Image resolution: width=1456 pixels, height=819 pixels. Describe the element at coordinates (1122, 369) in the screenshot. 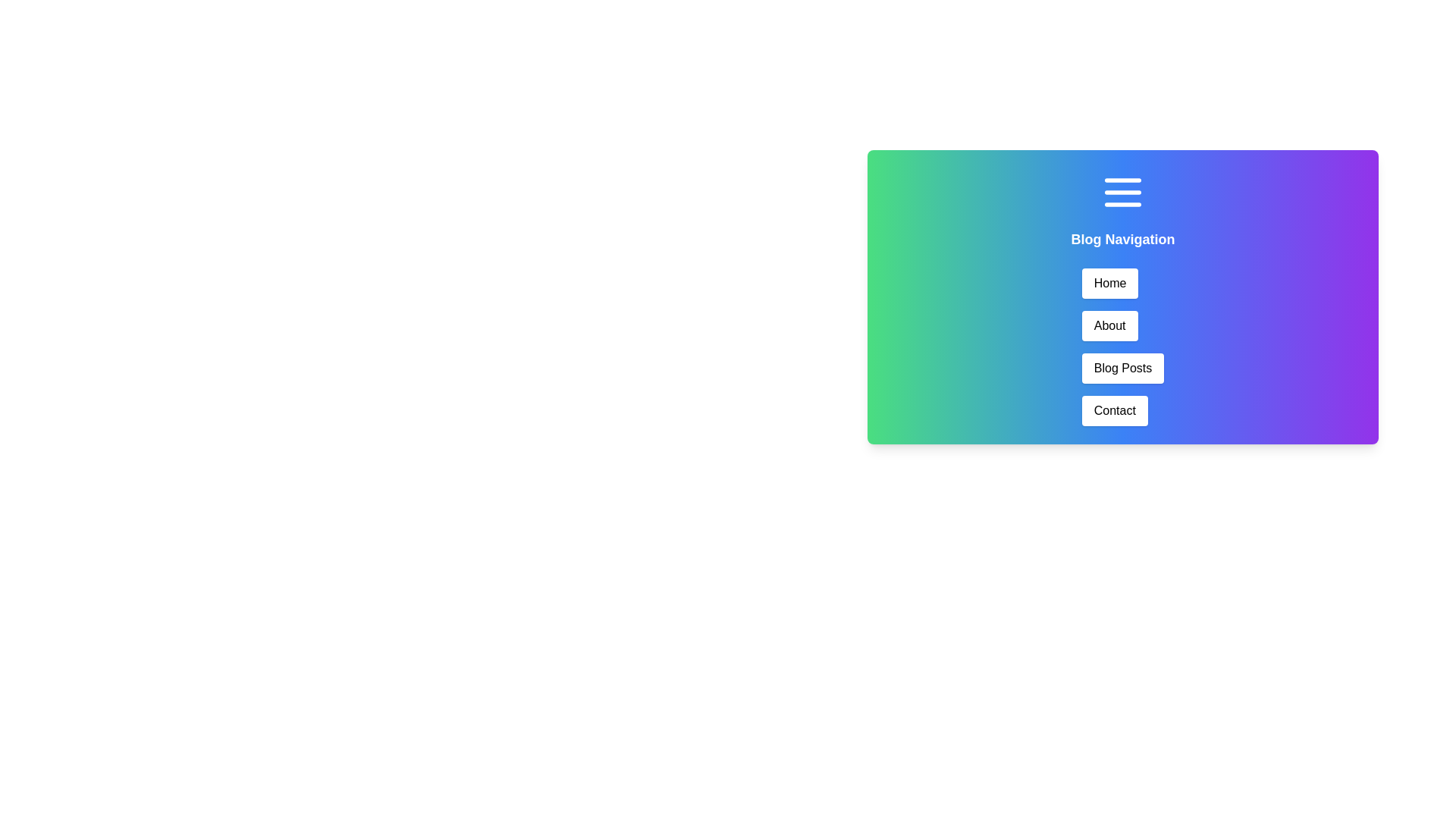

I see `the 'Blog Posts' button to navigate to the posts section` at that location.